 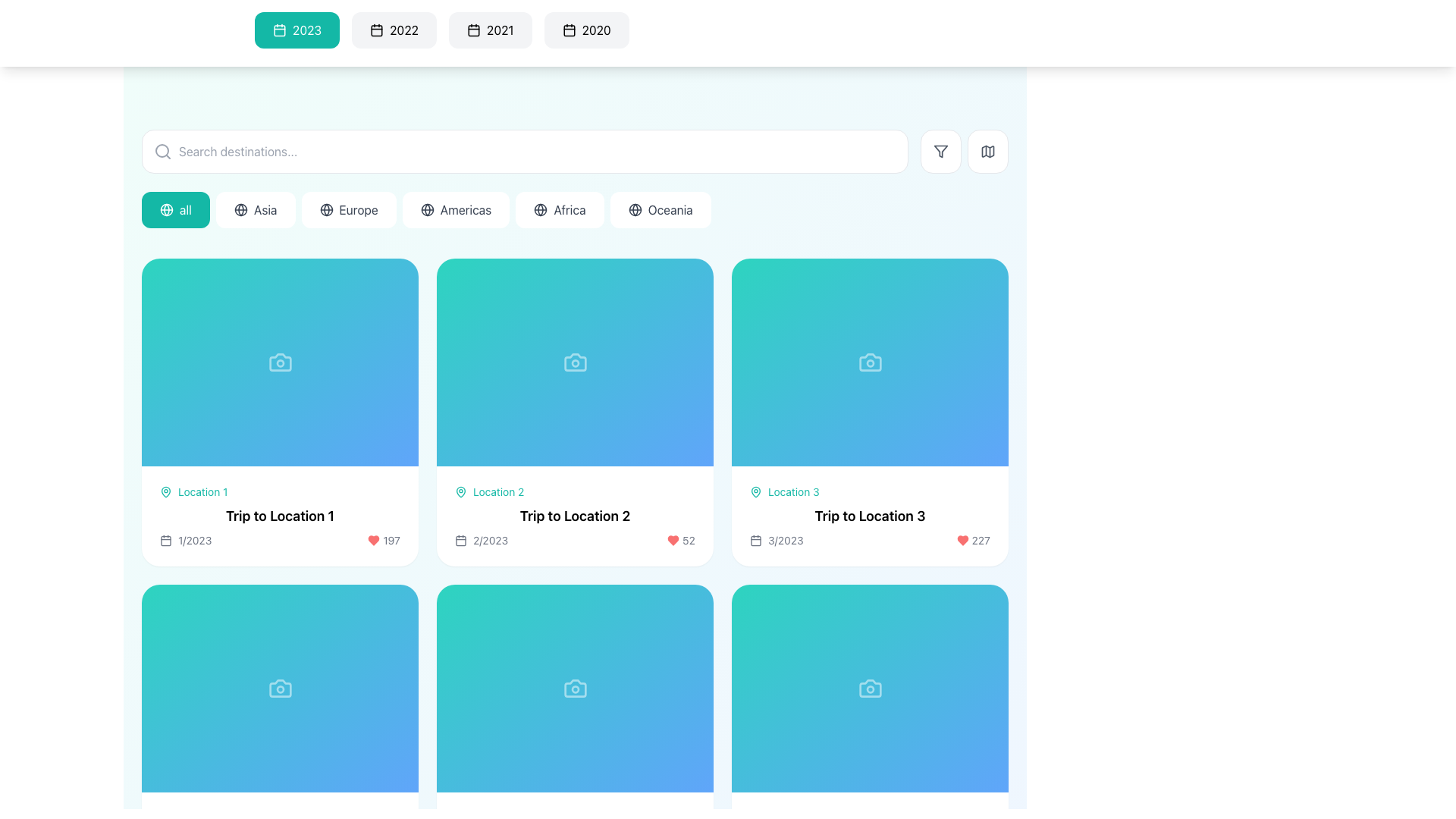 I want to click on the circular globe icon representing geographical categories, so click(x=541, y=210).